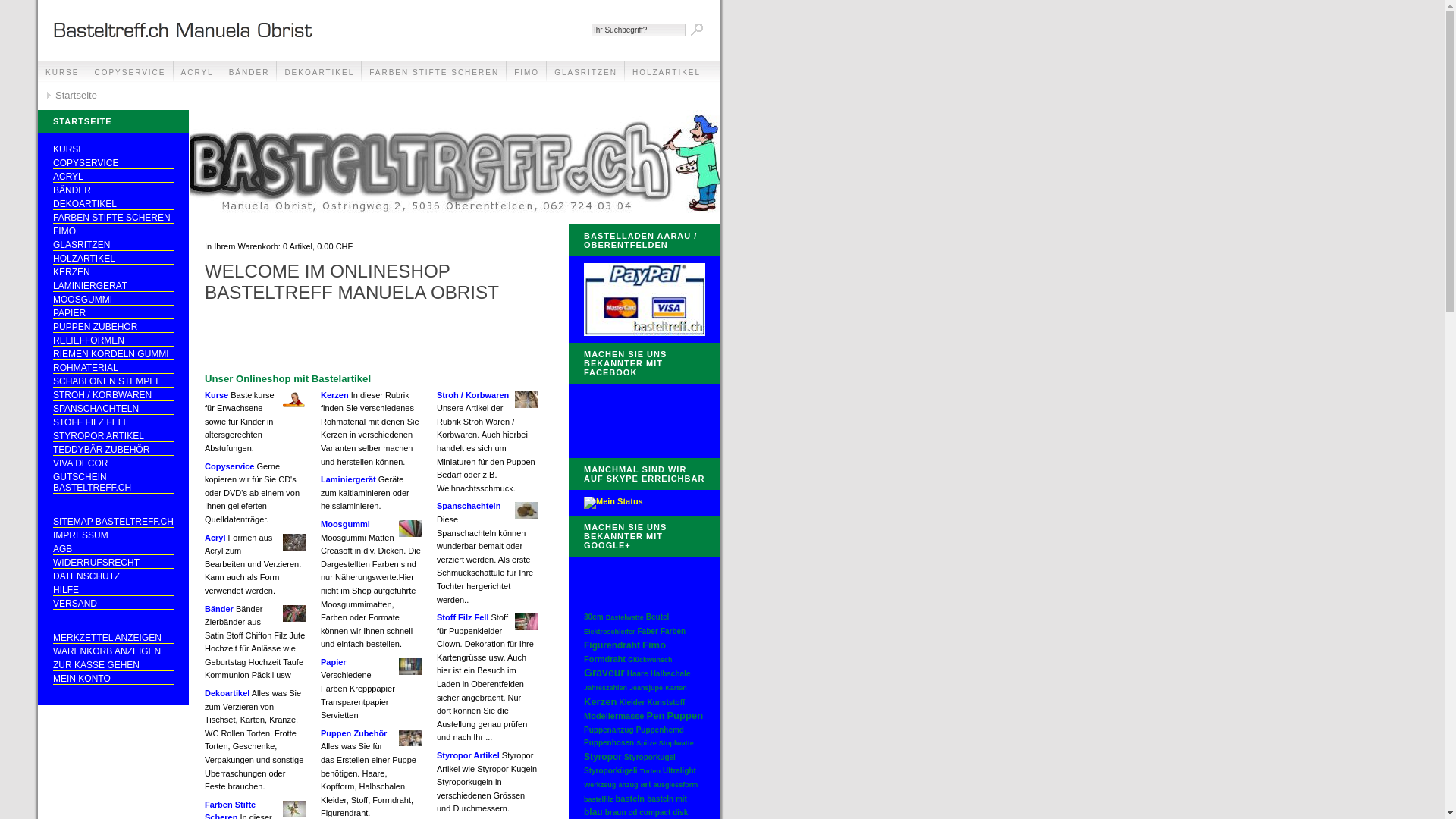 This screenshot has height=819, width=1456. I want to click on 'Acryl', so click(214, 537).